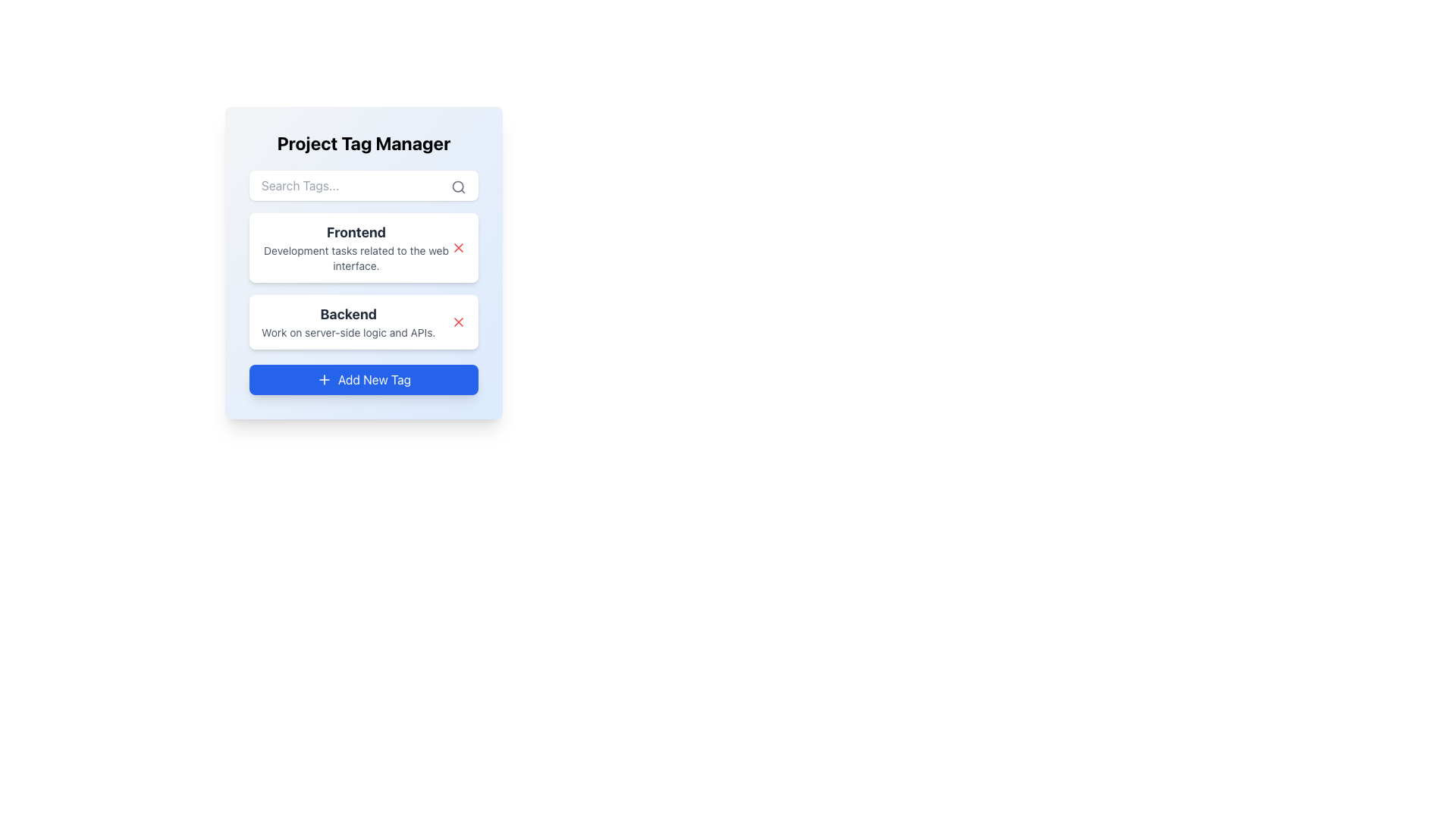 This screenshot has width=1456, height=819. Describe the element at coordinates (347, 332) in the screenshot. I see `text label that summarizes the responsibilities associated with 'Backend' in the context of managing project tags, located within the card structure titled 'Backend', below its heading and above a small icon` at that location.